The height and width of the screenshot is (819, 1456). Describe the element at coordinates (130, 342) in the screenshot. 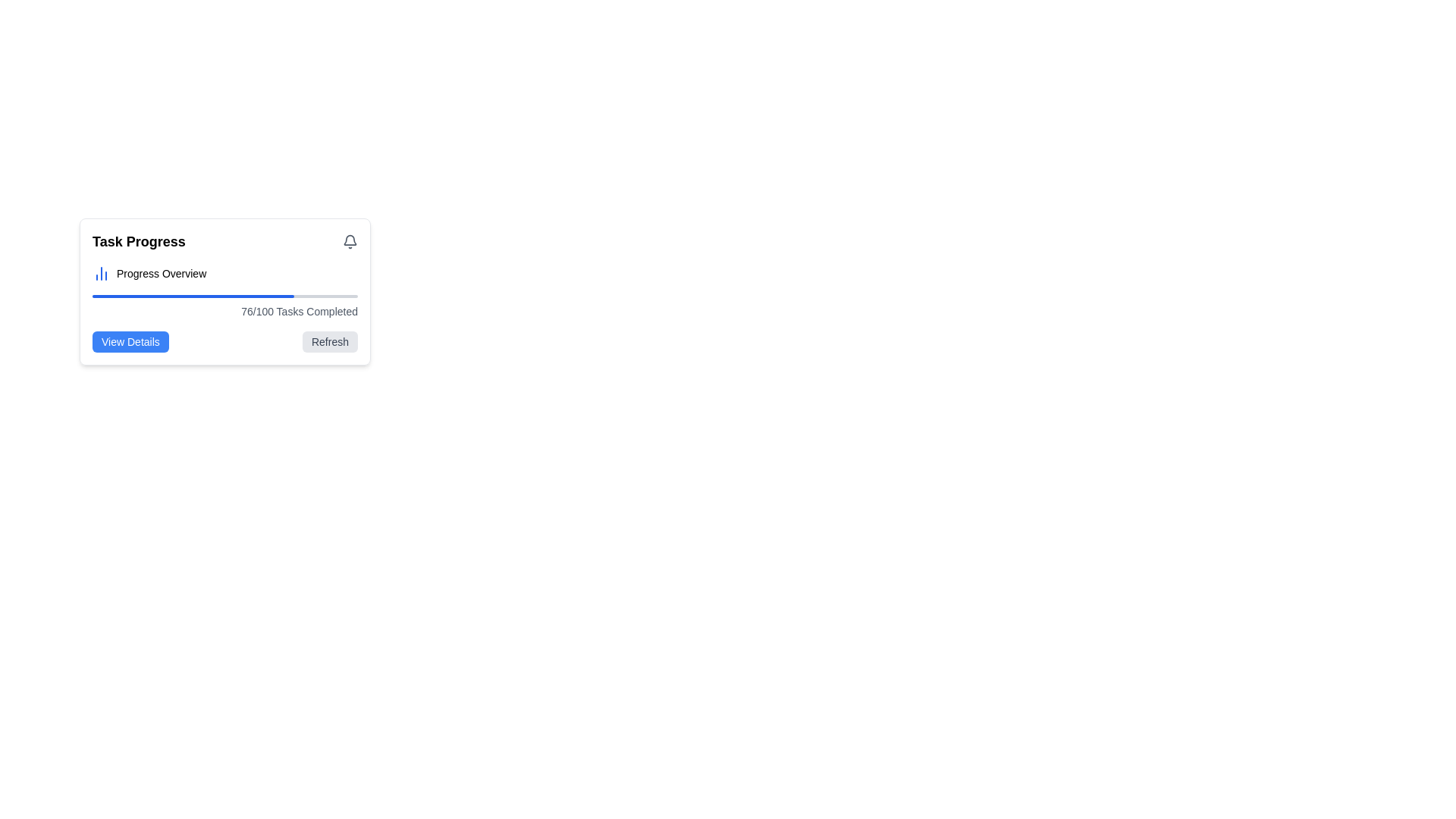

I see `the 'View Details' button with a blue background and white text` at that location.